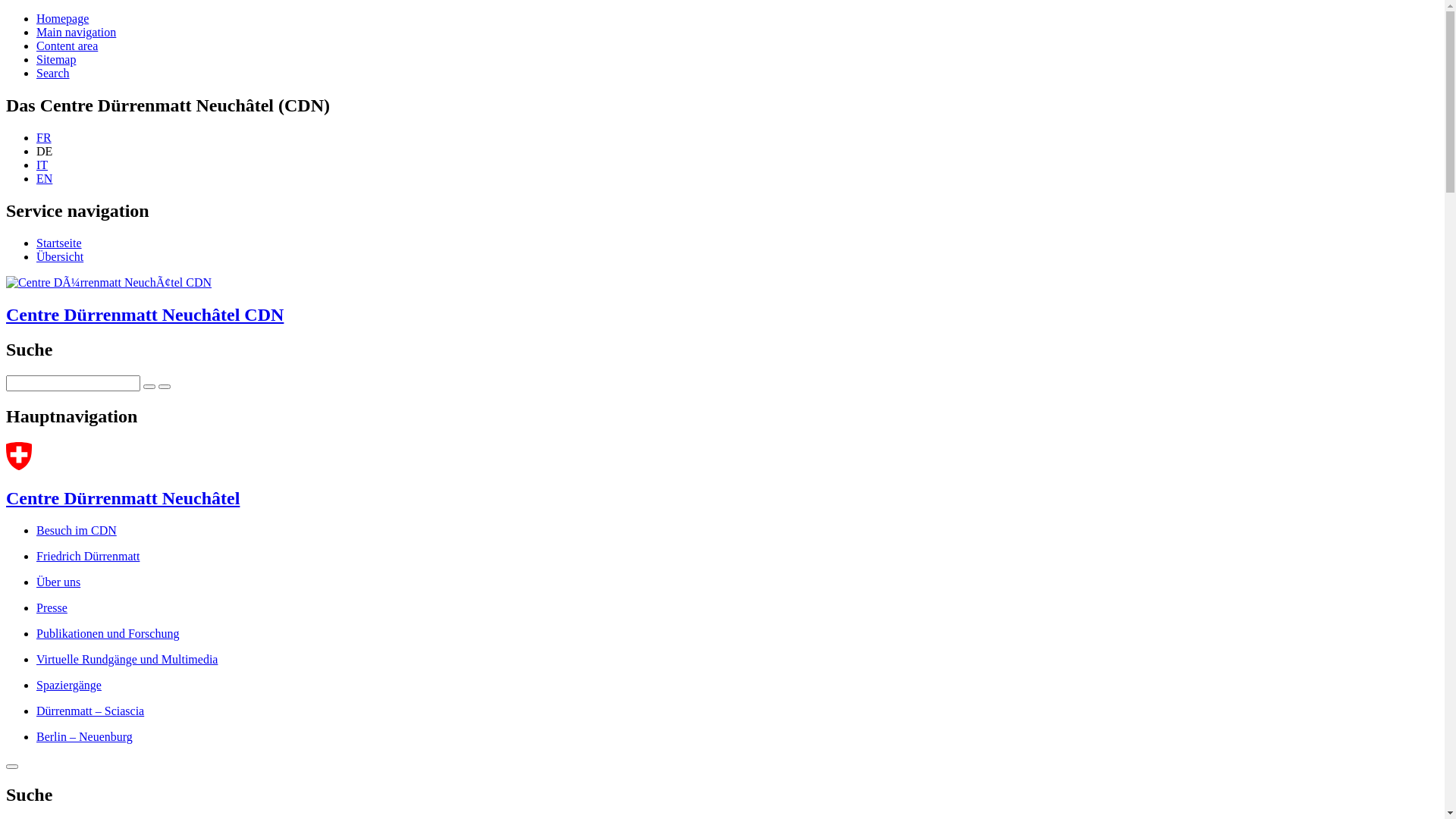 This screenshot has width=1456, height=819. What do you see at coordinates (75, 529) in the screenshot?
I see `'Besuch im CDN'` at bounding box center [75, 529].